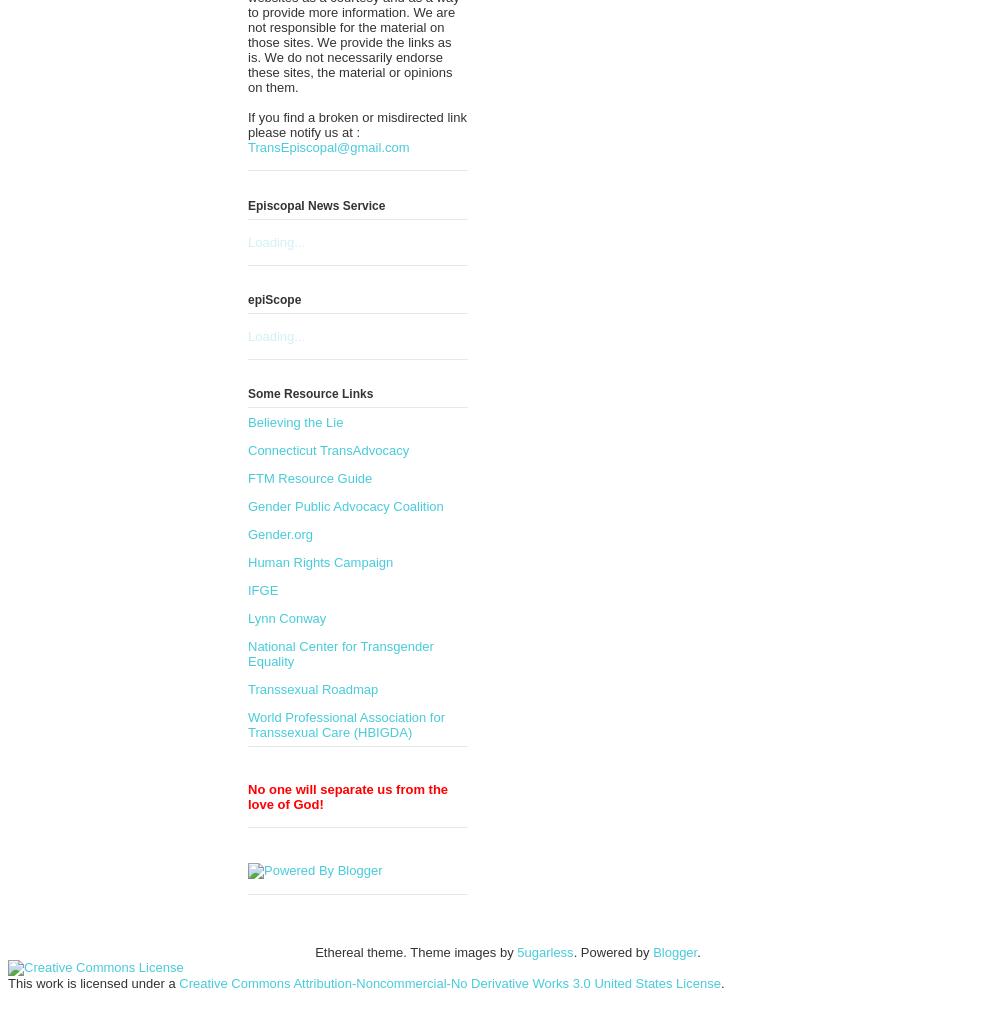 The height and width of the screenshot is (1023, 1008). What do you see at coordinates (545, 952) in the screenshot?
I see `'5ugarless'` at bounding box center [545, 952].